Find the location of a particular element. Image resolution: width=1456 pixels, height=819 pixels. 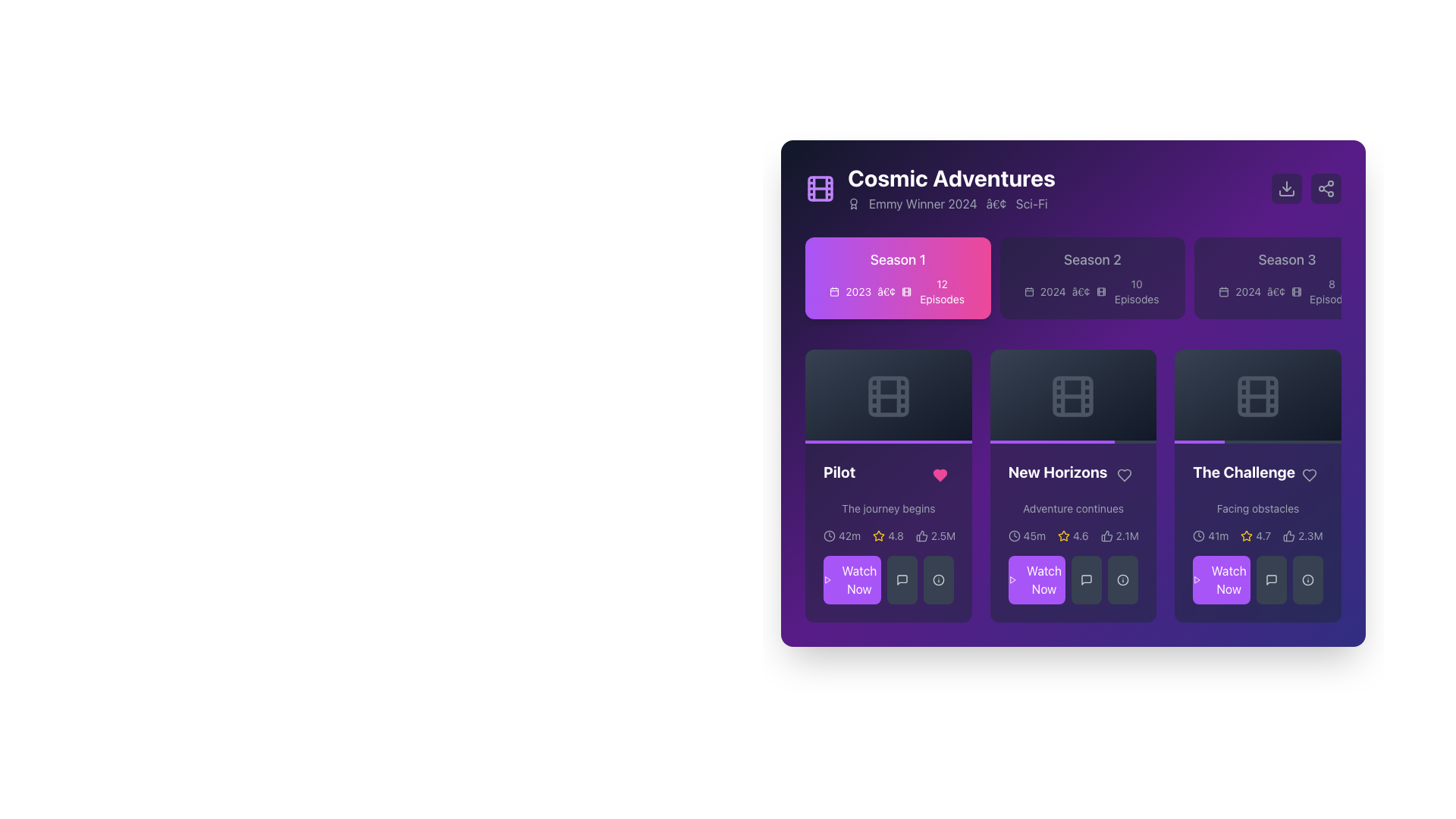

the calendar icon styled with thin lines and a light grayish hue, located to the left of the text '2024 • 8 Episodes' in the Season 3 section is located at coordinates (1224, 292).